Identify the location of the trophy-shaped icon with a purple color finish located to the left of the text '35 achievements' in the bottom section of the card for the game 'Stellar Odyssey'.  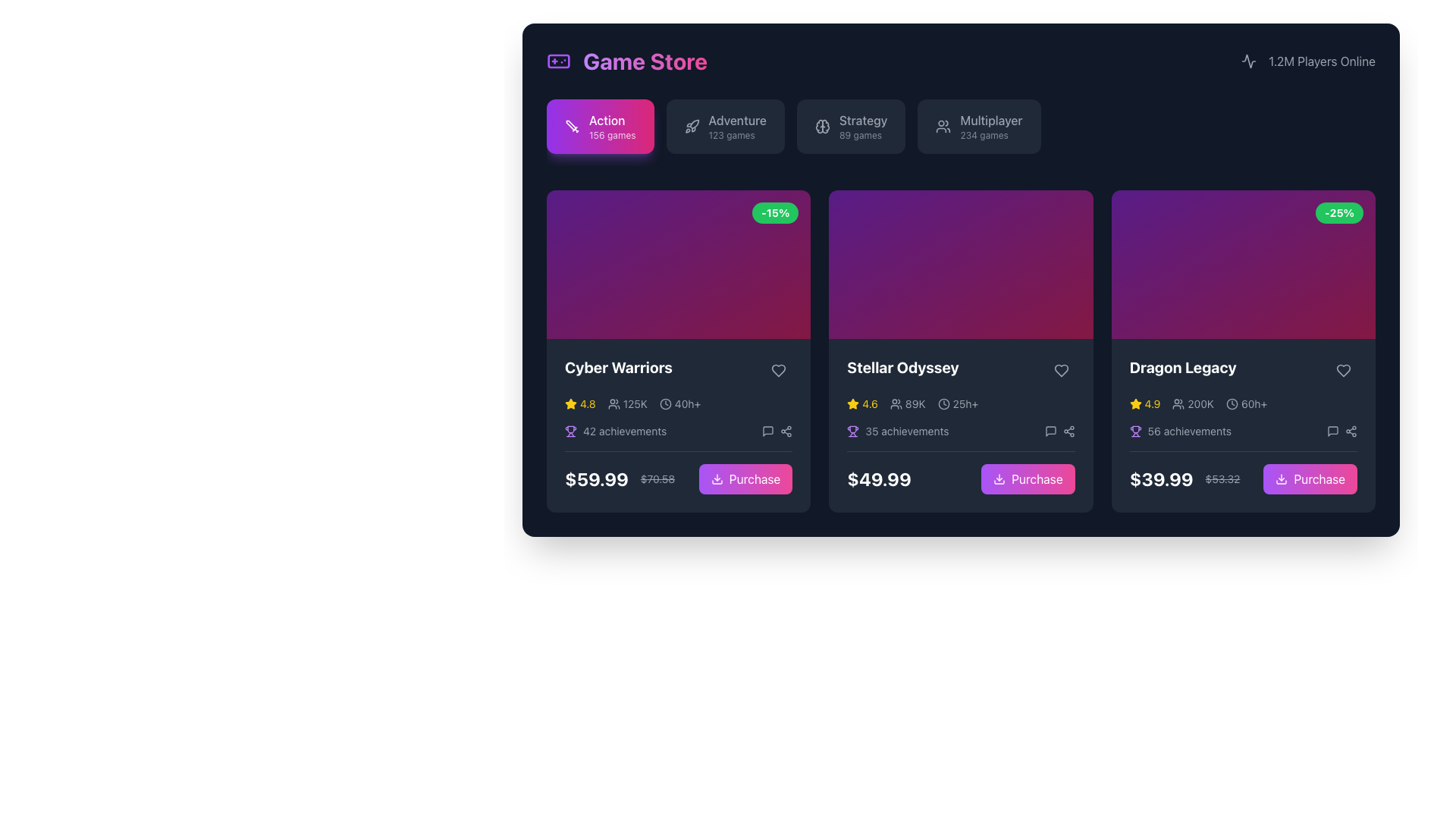
(853, 431).